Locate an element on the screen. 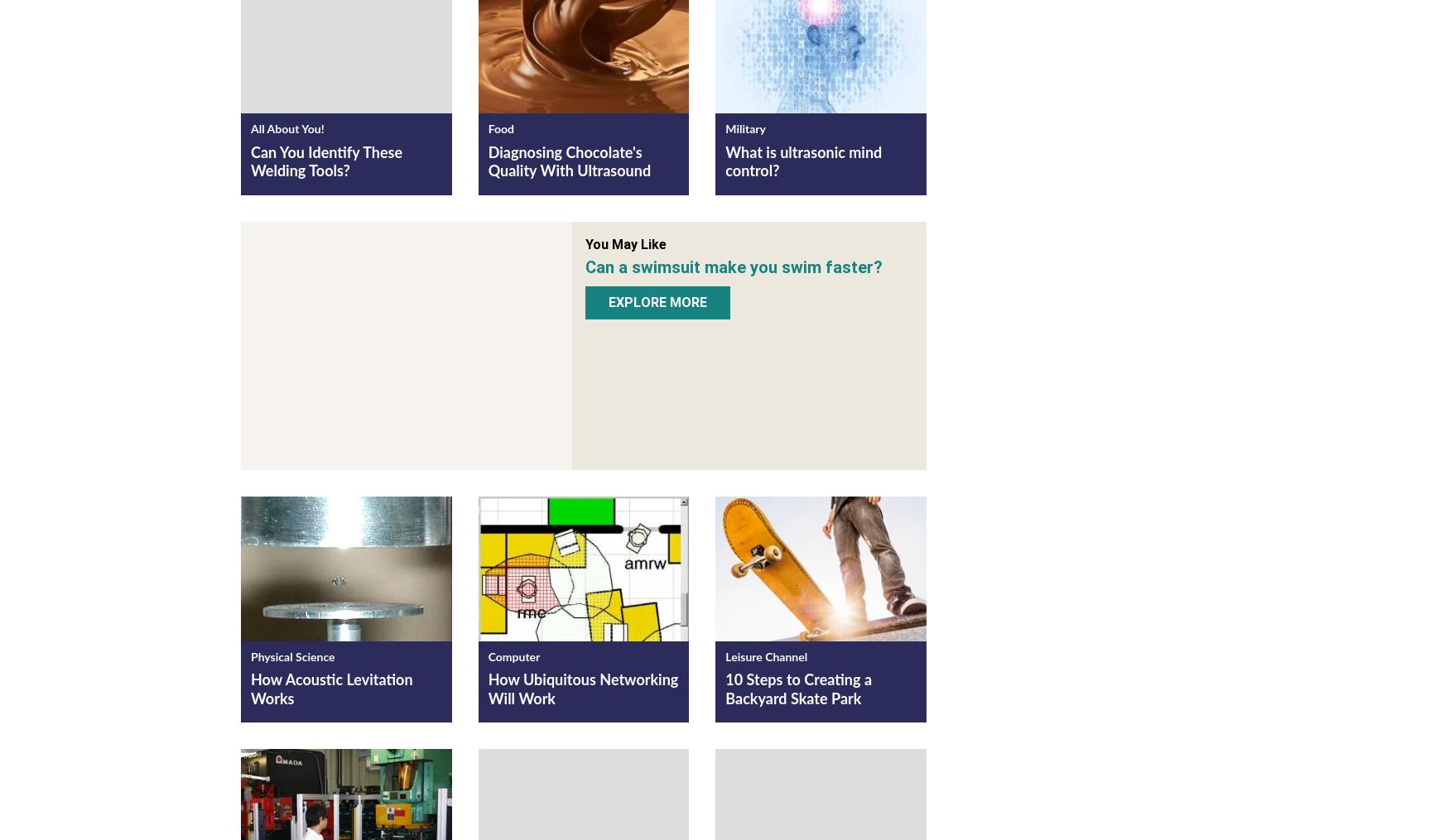  'Food' is located at coordinates (500, 129).